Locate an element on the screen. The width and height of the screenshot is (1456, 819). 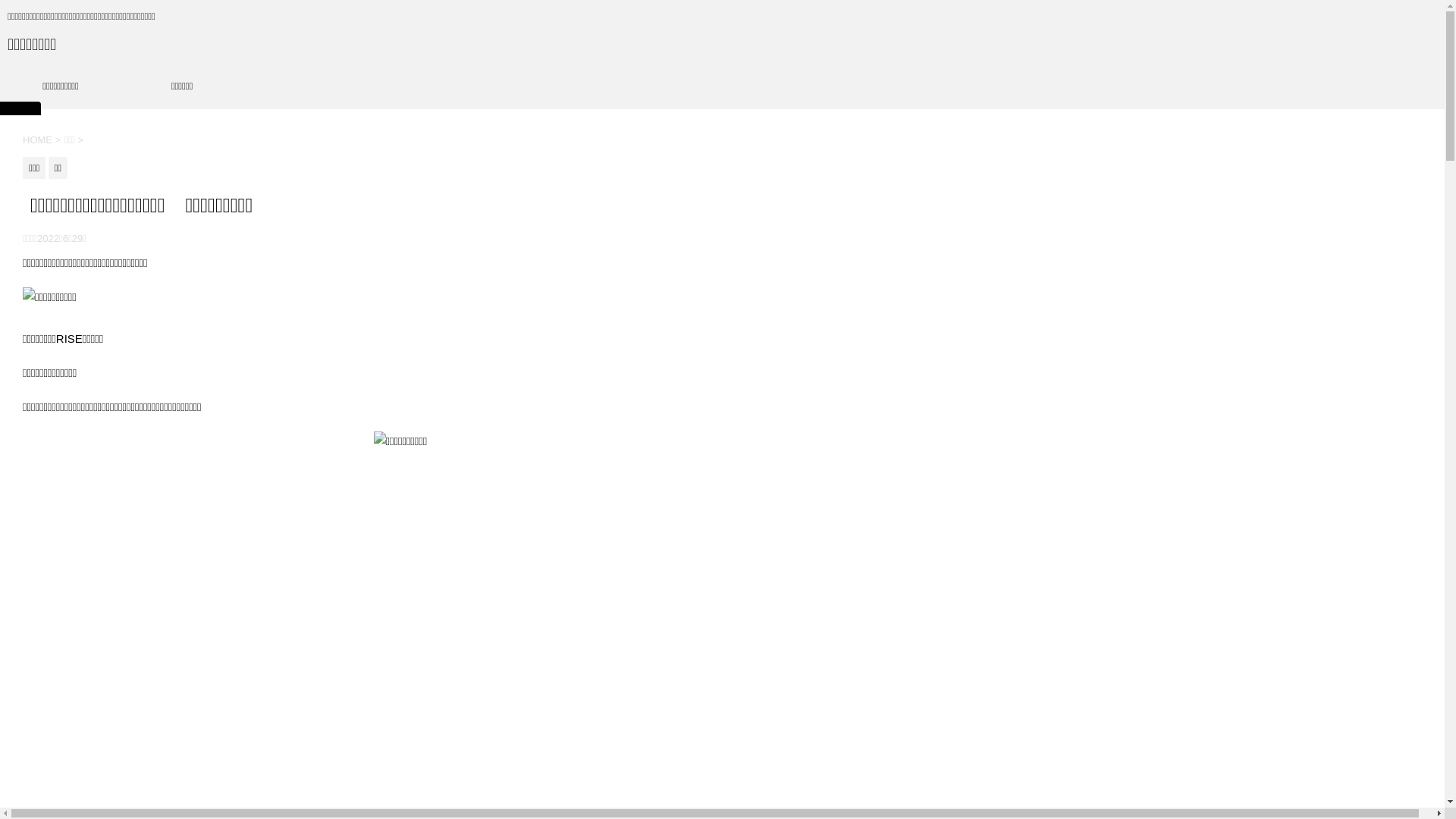
'HOME' is located at coordinates (37, 140).